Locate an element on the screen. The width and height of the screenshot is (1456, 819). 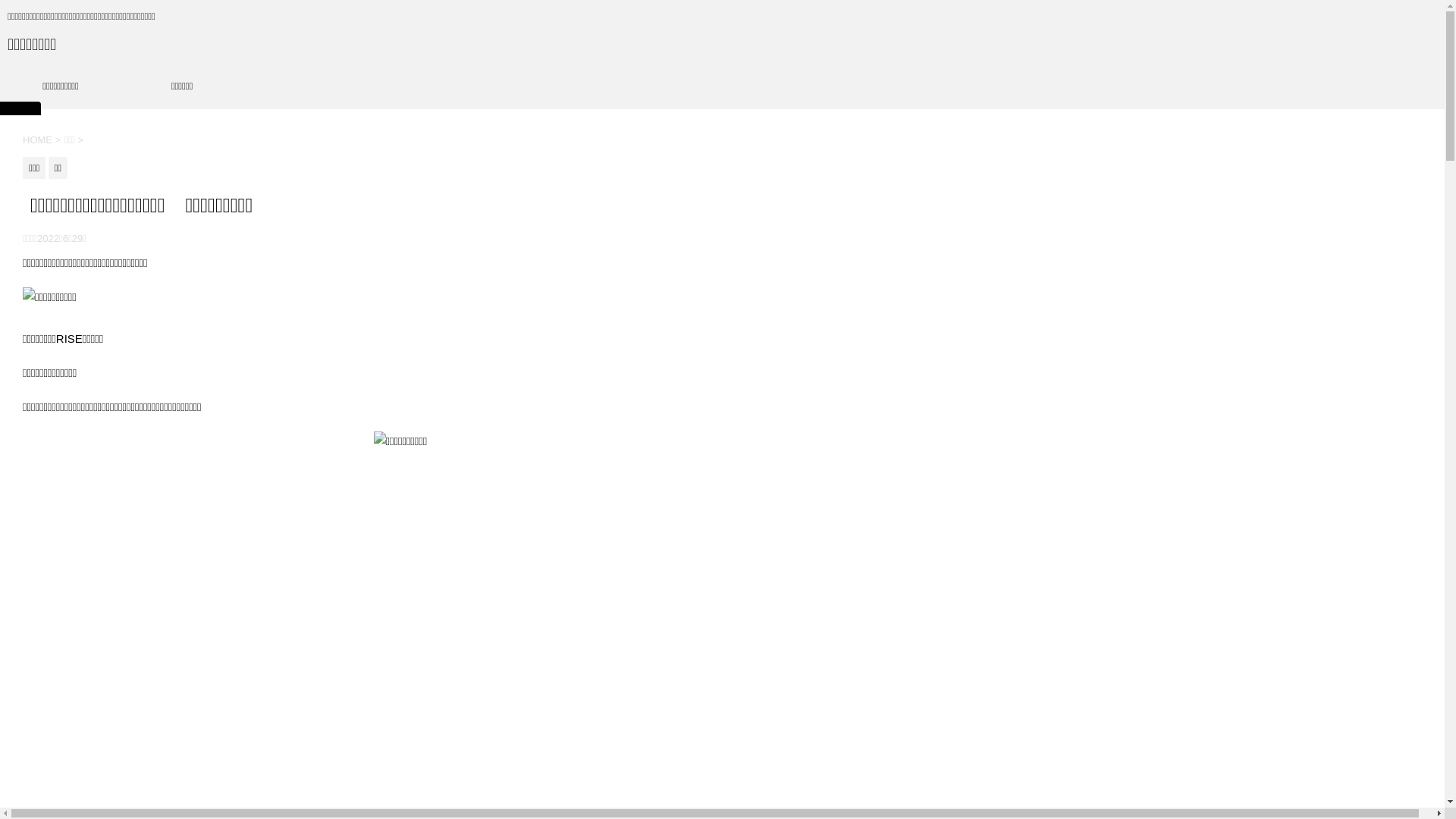
'HOME' is located at coordinates (37, 140).